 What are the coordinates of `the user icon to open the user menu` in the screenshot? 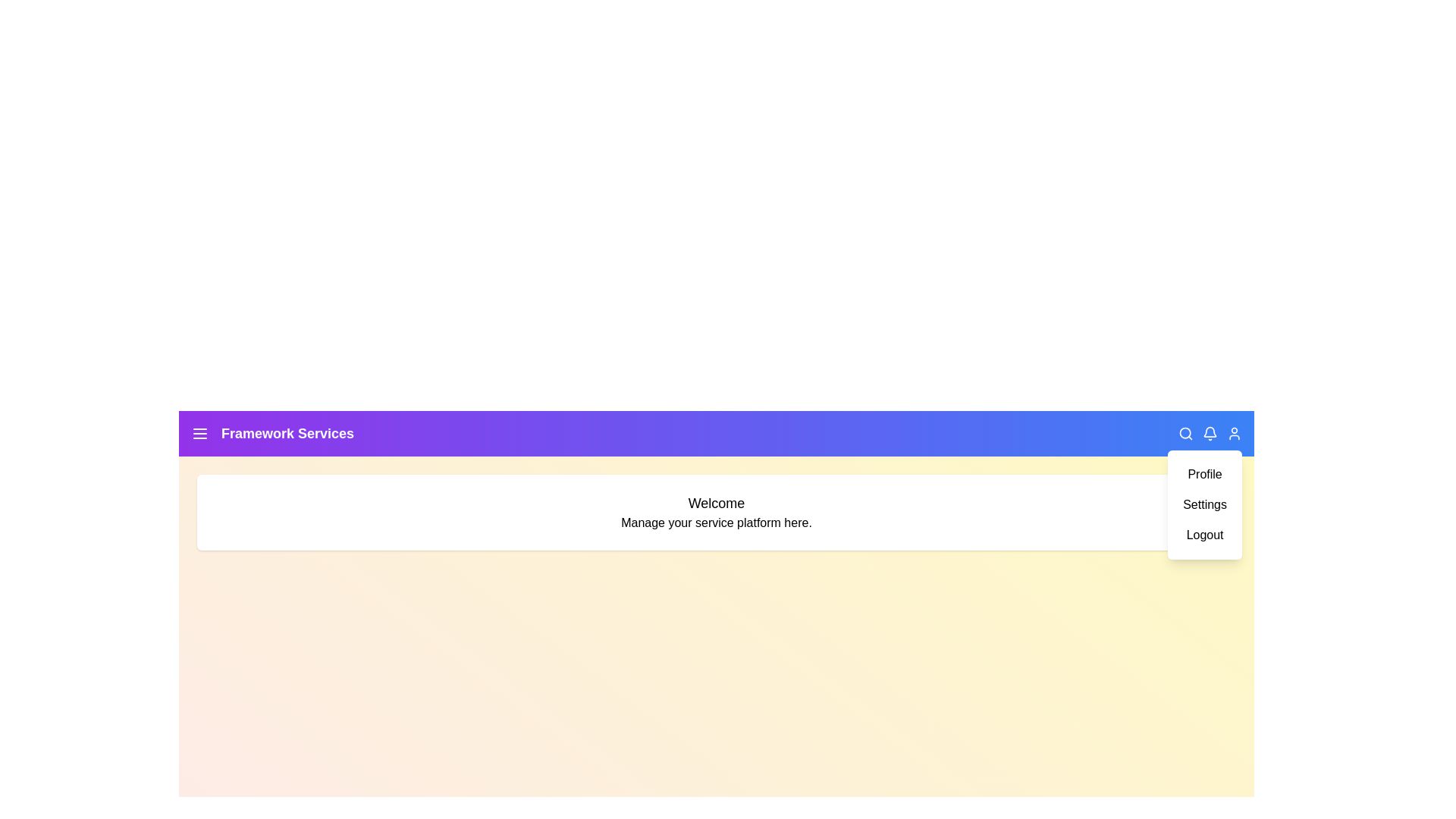 It's located at (1234, 433).